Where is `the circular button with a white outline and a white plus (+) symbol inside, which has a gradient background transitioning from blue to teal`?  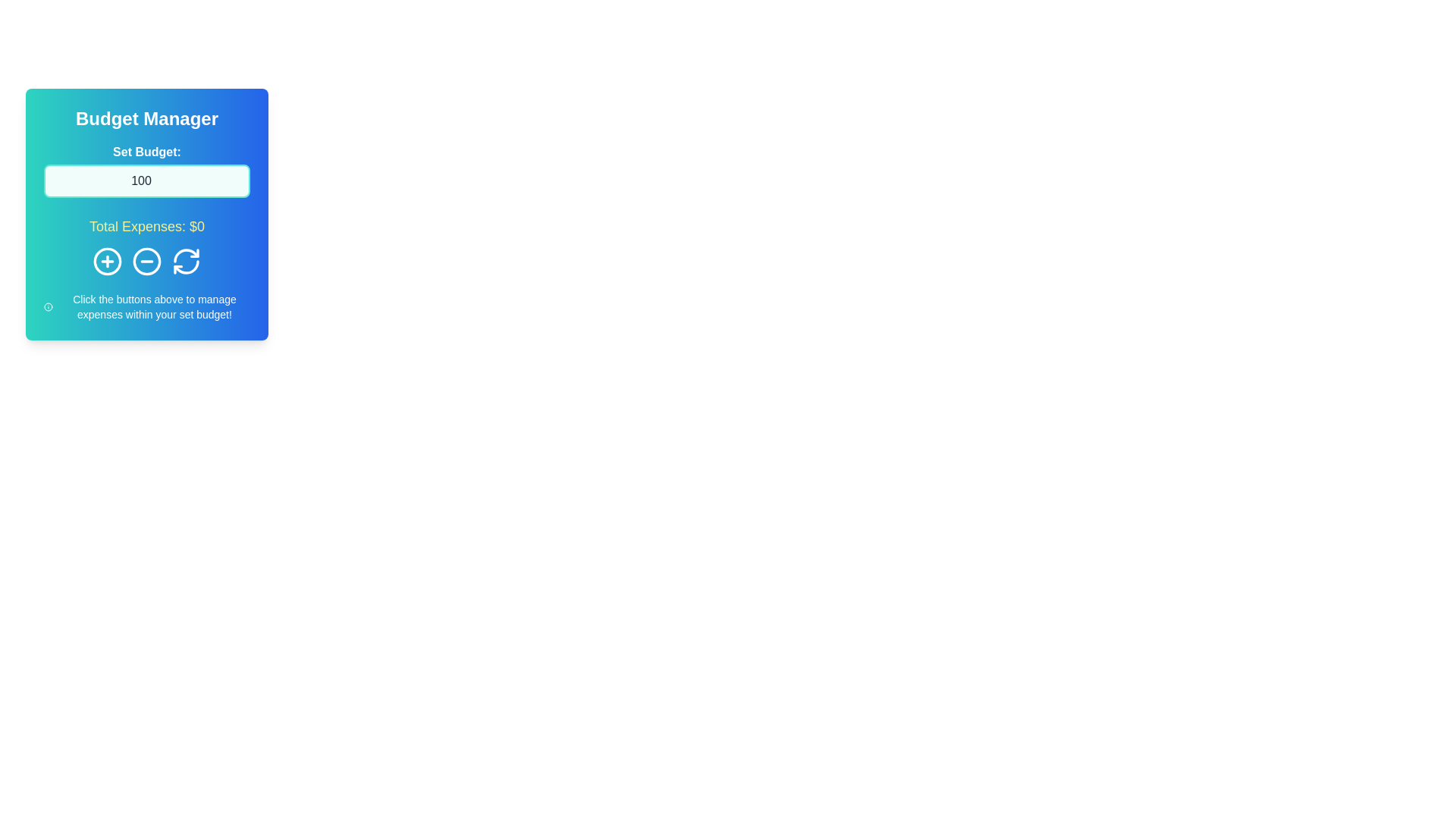
the circular button with a white outline and a white plus (+) symbol inside, which has a gradient background transitioning from blue to teal is located at coordinates (107, 260).